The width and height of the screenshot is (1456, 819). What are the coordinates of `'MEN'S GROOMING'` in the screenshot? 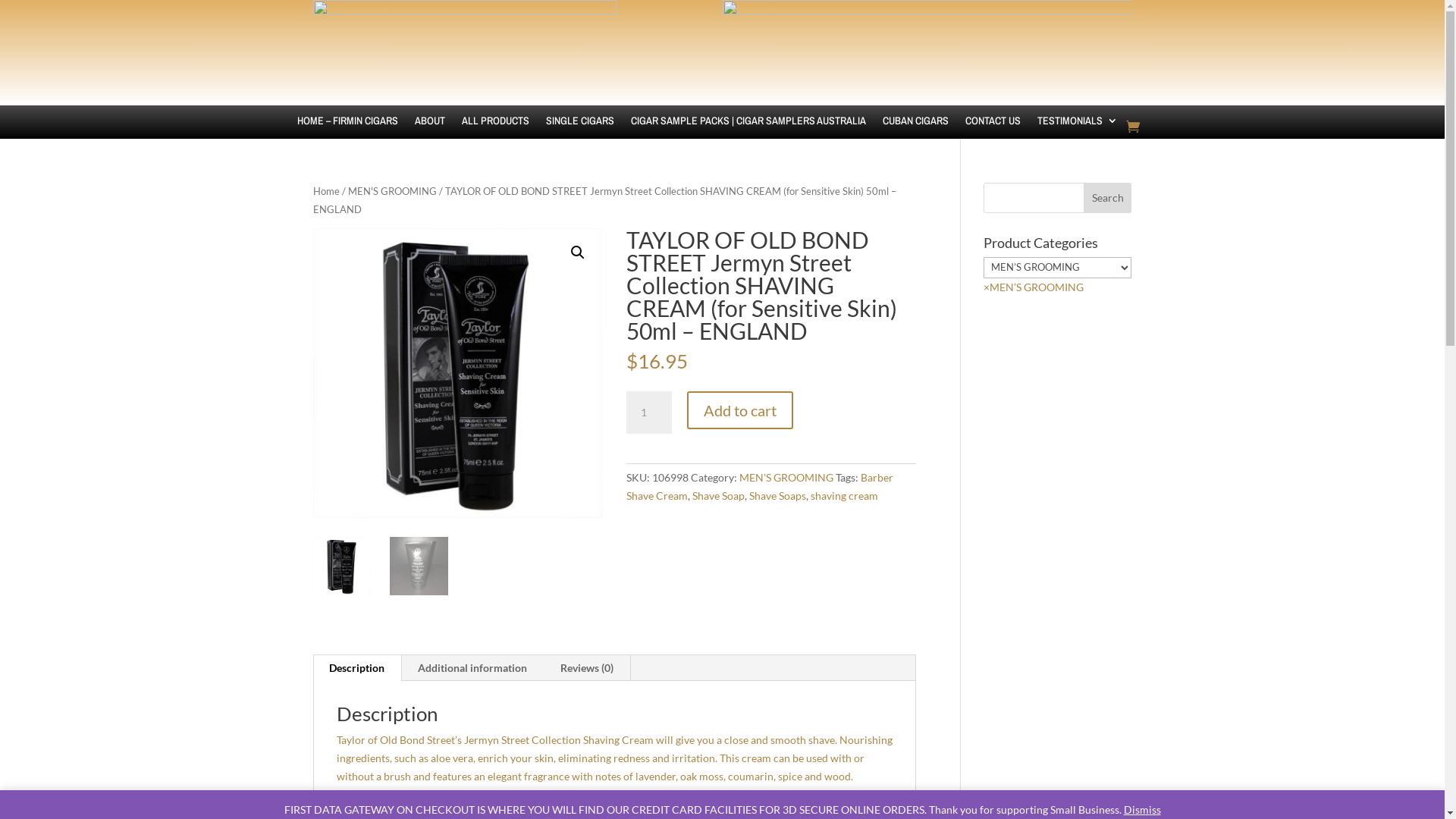 It's located at (391, 190).